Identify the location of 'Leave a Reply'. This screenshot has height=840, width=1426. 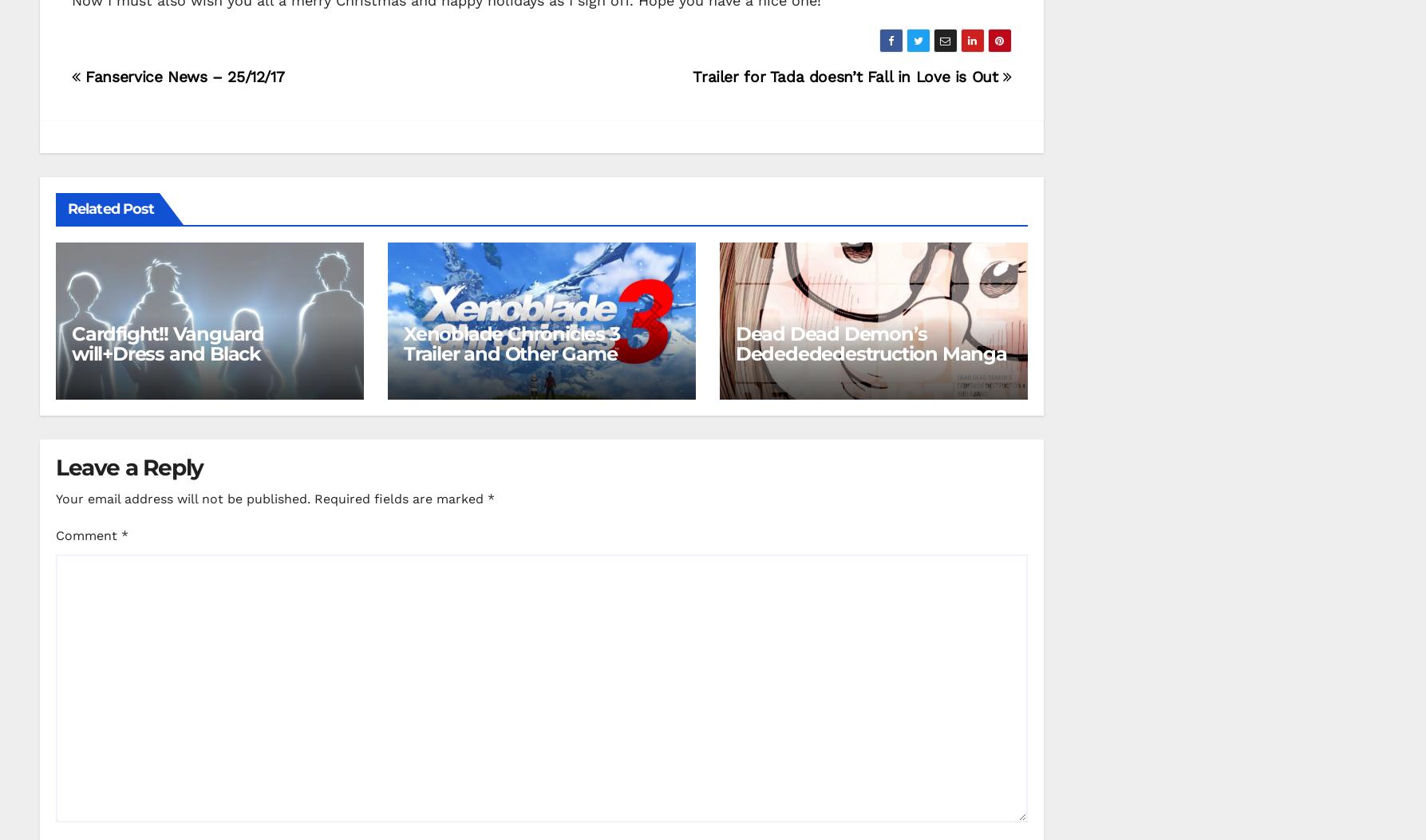
(129, 467).